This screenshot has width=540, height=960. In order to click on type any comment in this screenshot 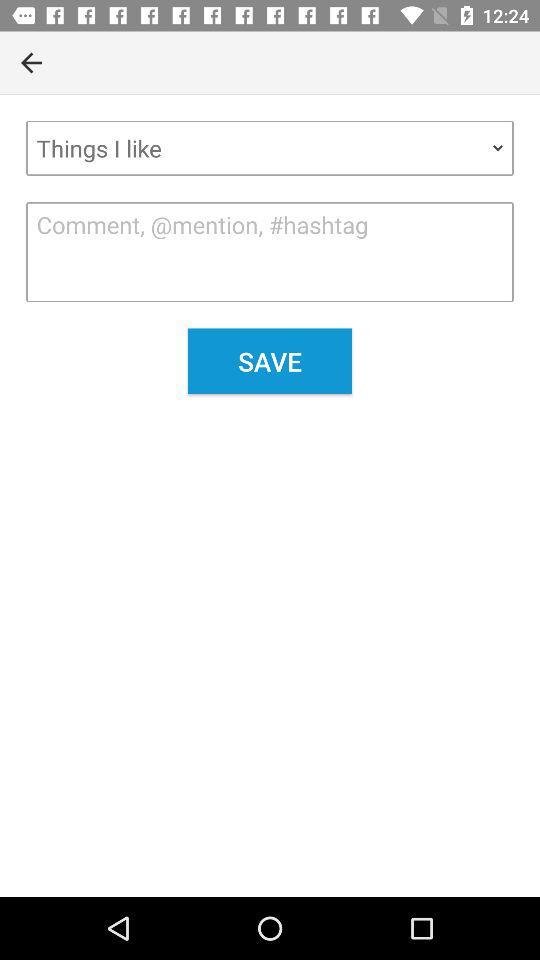, I will do `click(270, 251)`.